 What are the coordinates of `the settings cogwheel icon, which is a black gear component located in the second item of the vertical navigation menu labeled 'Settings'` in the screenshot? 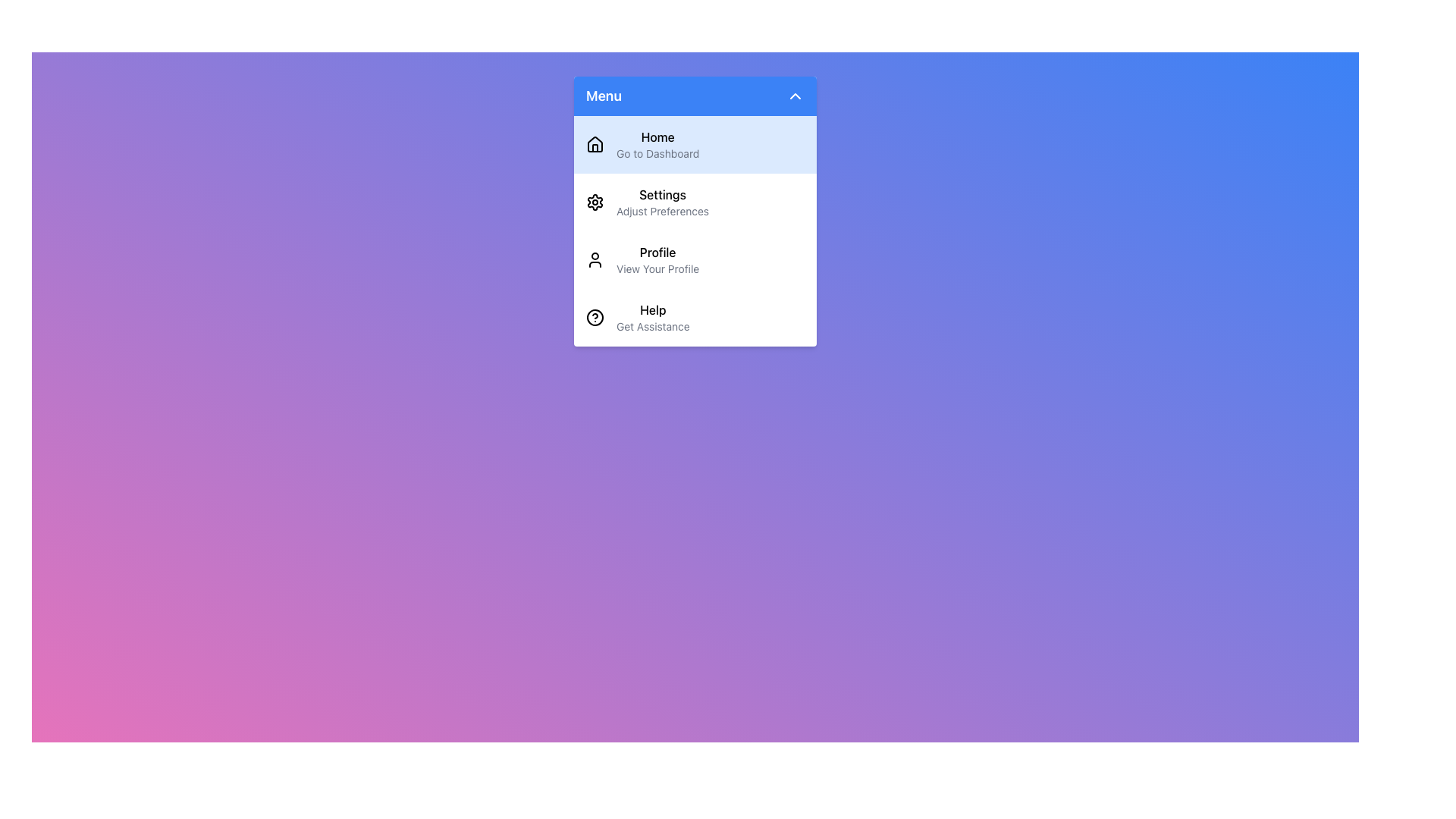 It's located at (595, 201).